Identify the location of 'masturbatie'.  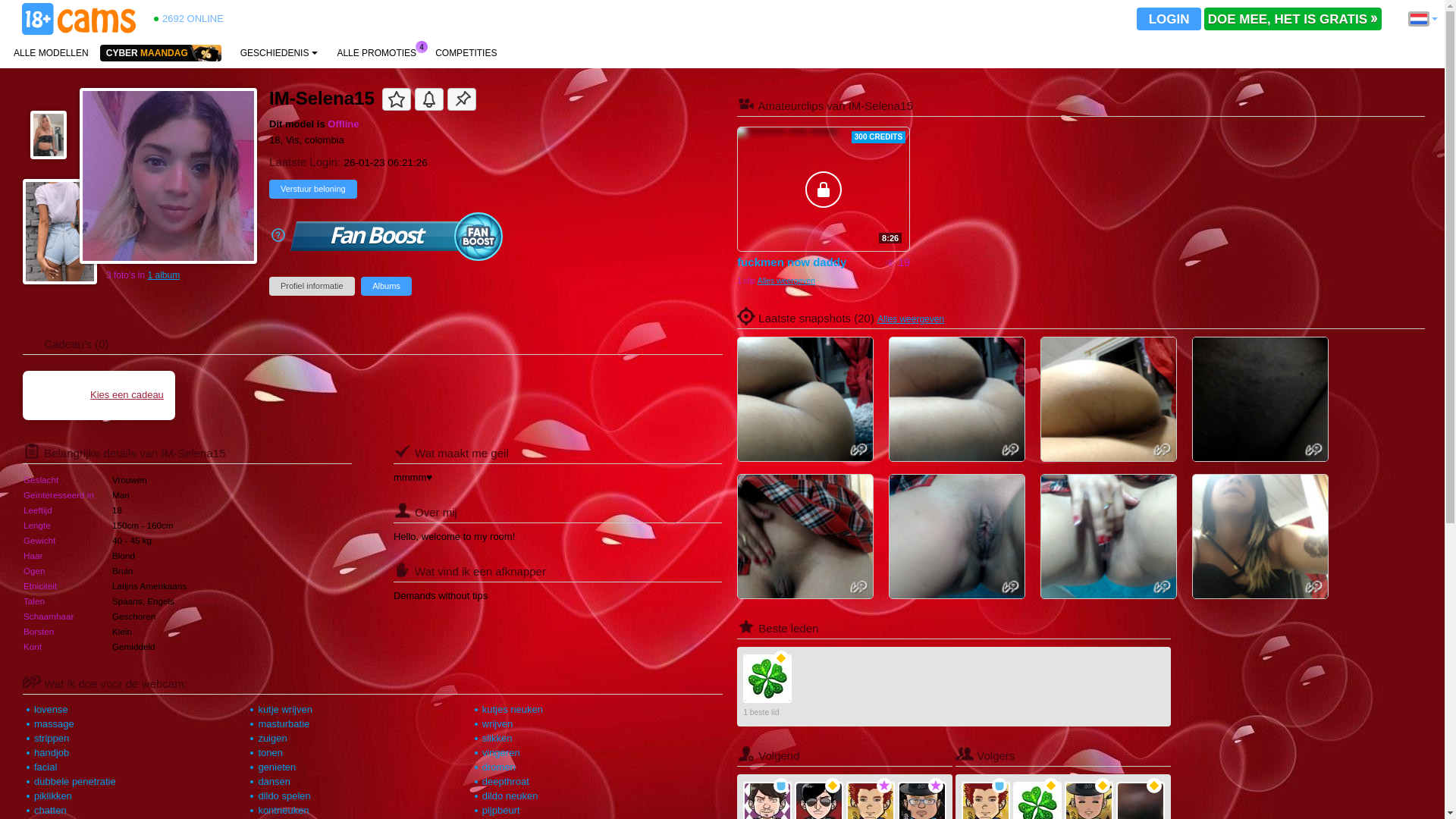
(284, 723).